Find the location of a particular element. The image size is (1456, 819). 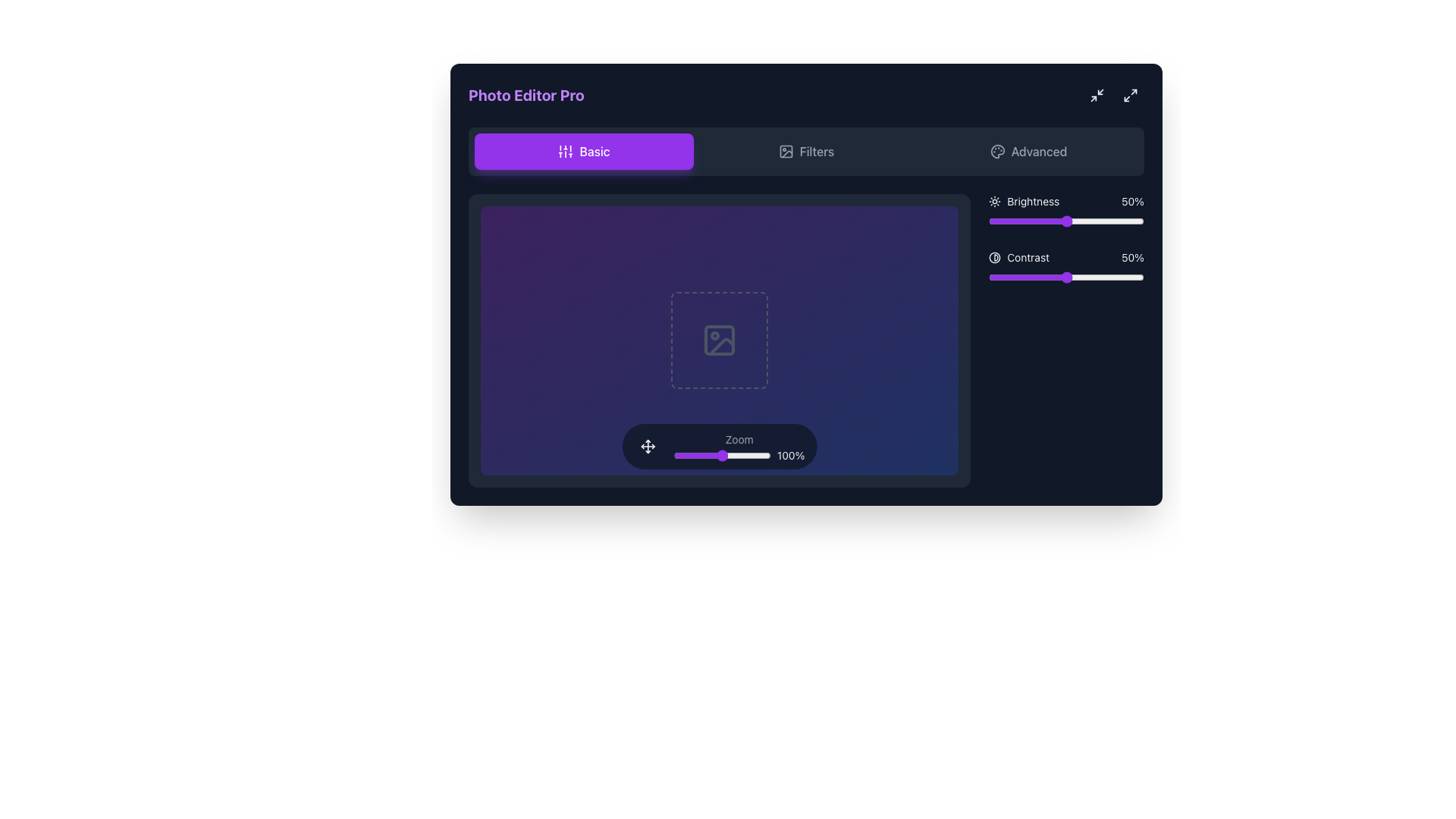

the image placeholder icon centered within the dashed-border square in the photo editor interface is located at coordinates (719, 340).